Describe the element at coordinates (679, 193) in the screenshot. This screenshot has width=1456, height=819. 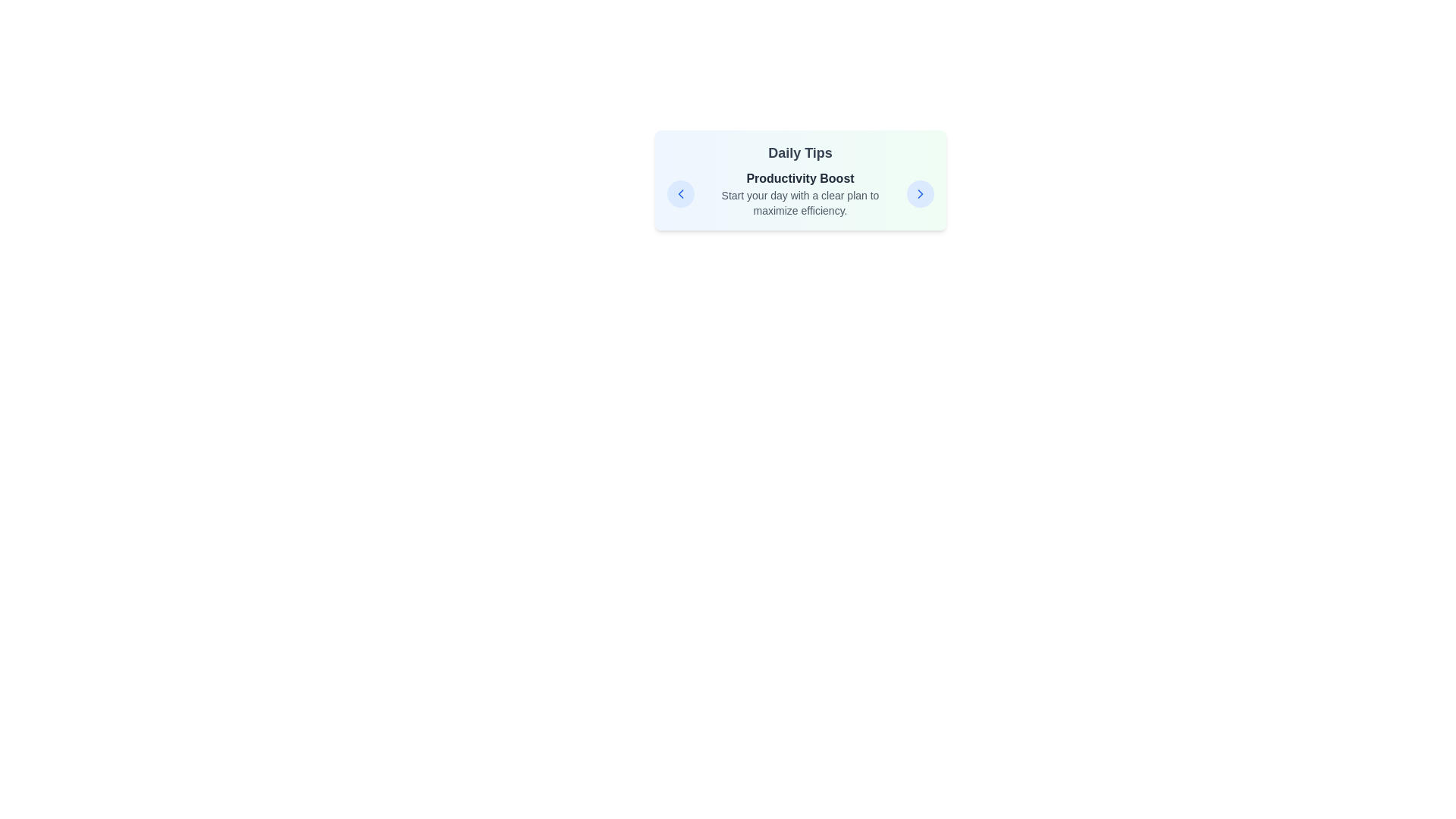
I see `the left arrow button to navigate to the next or previous tip` at that location.